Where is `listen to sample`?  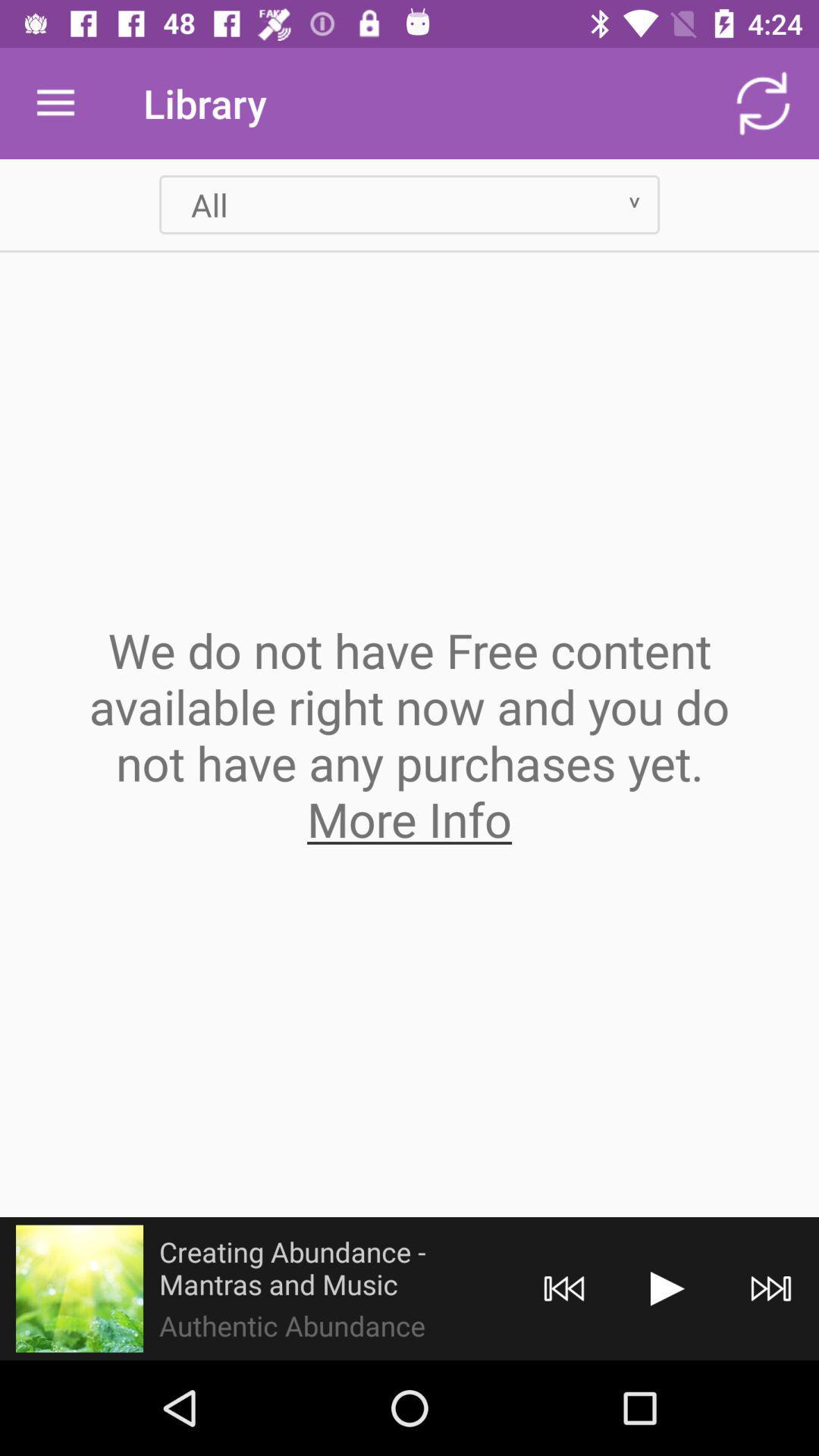
listen to sample is located at coordinates (79, 1288).